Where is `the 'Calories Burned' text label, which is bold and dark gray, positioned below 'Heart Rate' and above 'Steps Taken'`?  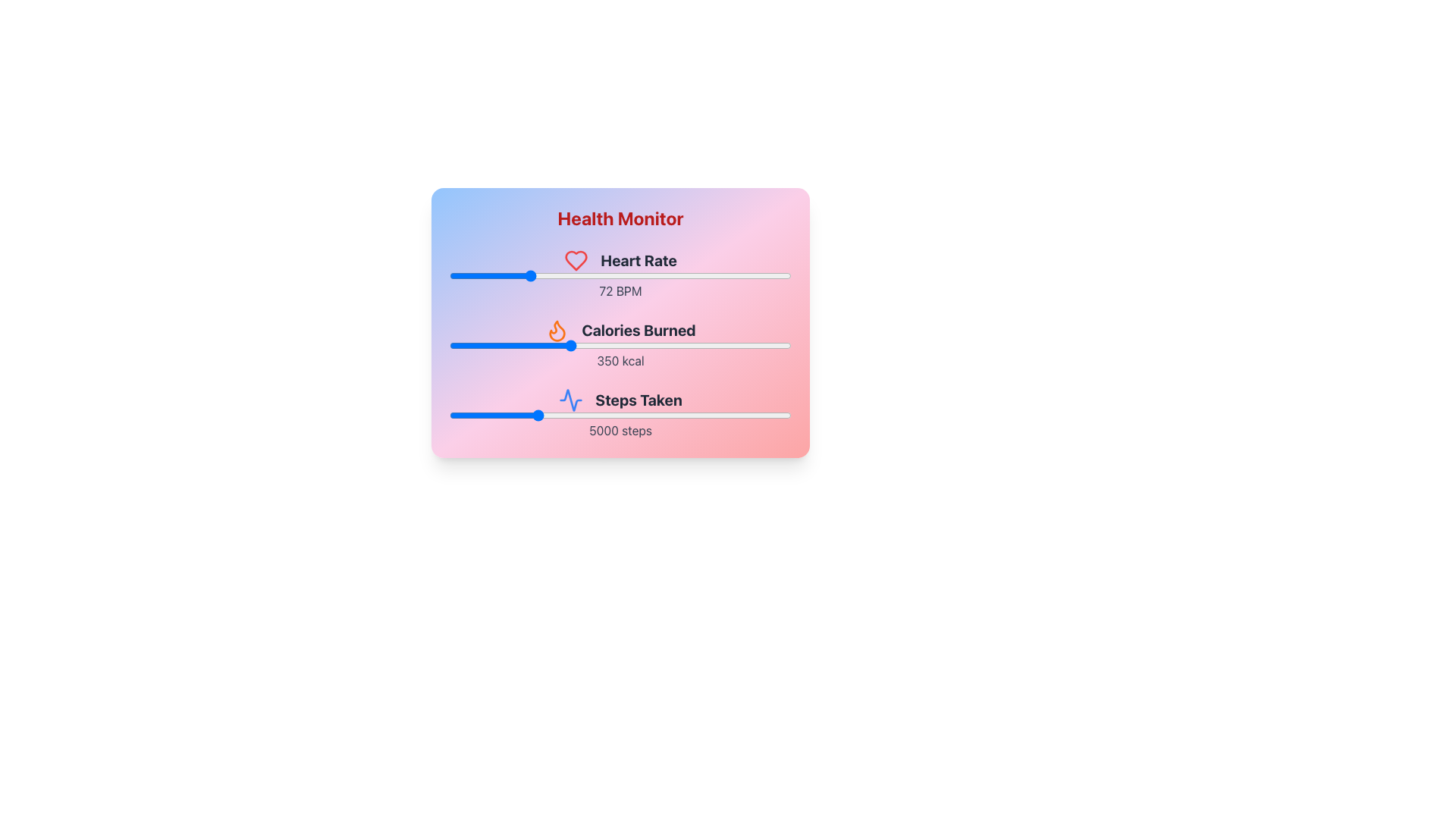 the 'Calories Burned' text label, which is bold and dark gray, positioned below 'Heart Rate' and above 'Steps Taken' is located at coordinates (639, 329).